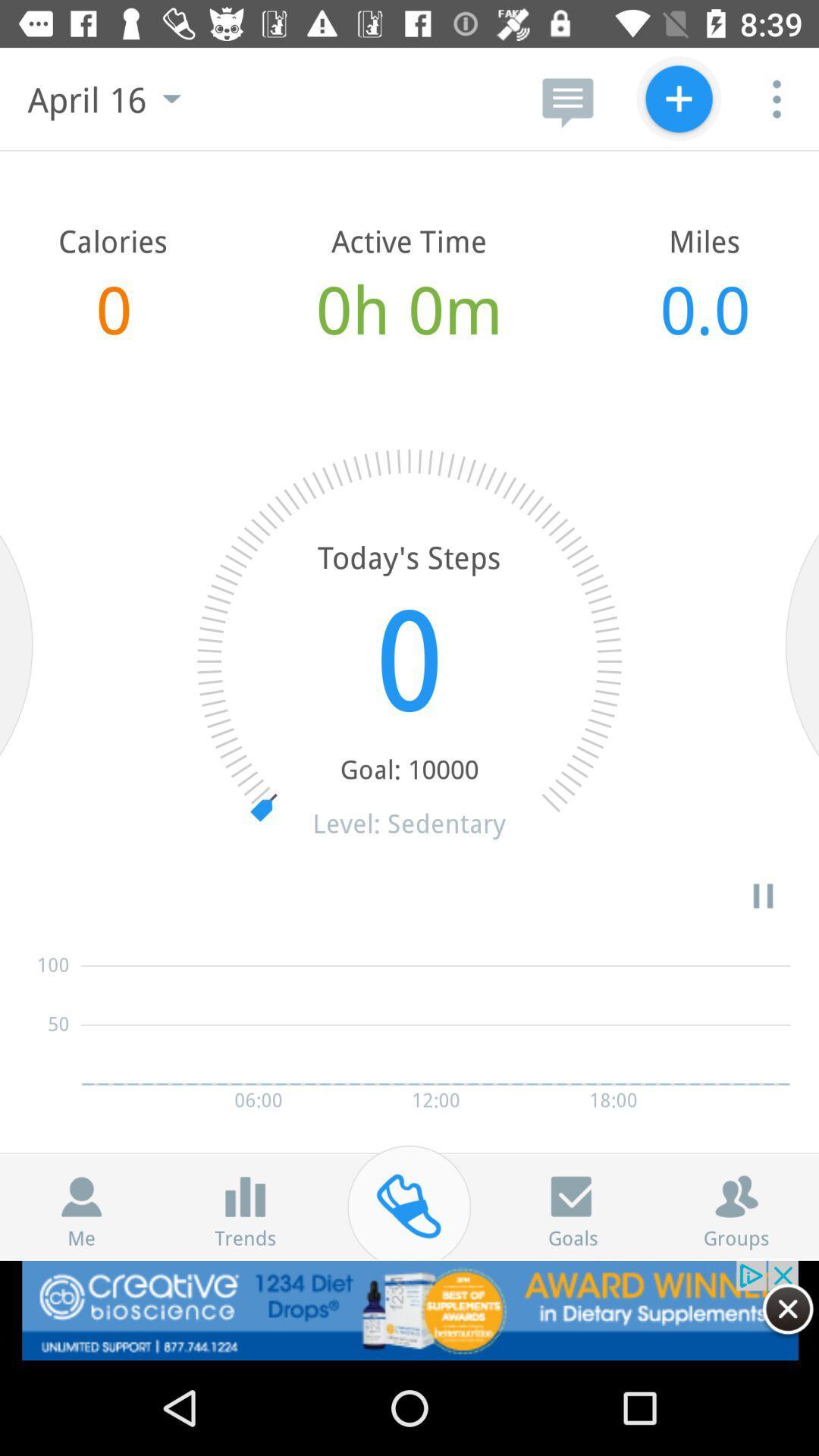 The image size is (819, 1456). I want to click on the pause icon, so click(763, 896).